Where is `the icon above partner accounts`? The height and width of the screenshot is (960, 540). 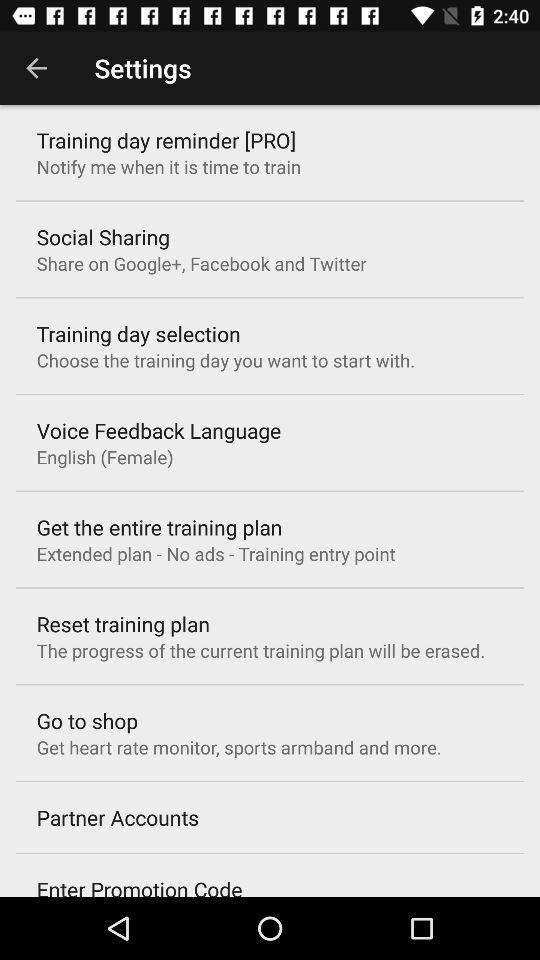
the icon above partner accounts is located at coordinates (239, 746).